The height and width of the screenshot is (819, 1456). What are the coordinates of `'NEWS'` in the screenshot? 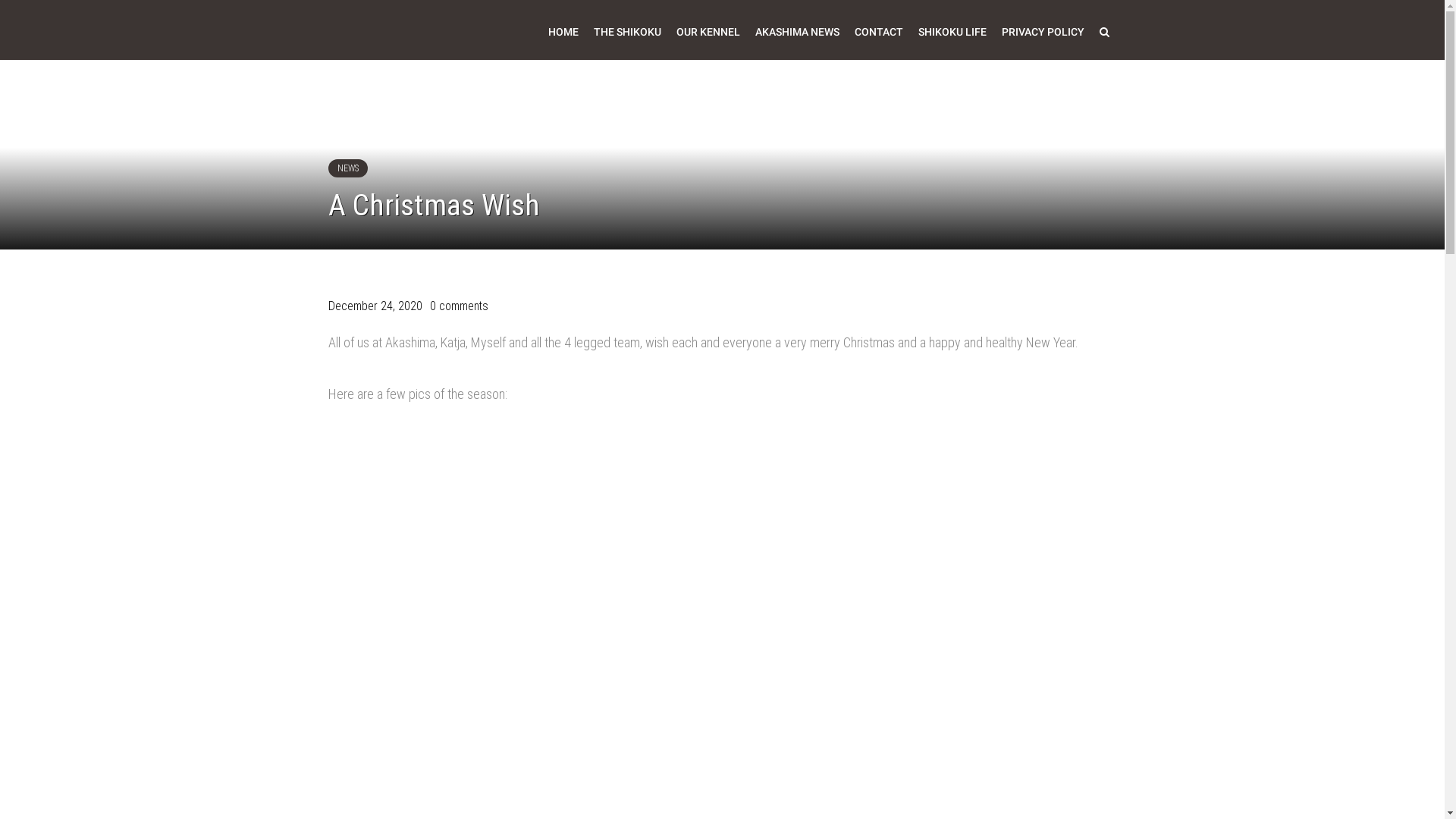 It's located at (346, 168).